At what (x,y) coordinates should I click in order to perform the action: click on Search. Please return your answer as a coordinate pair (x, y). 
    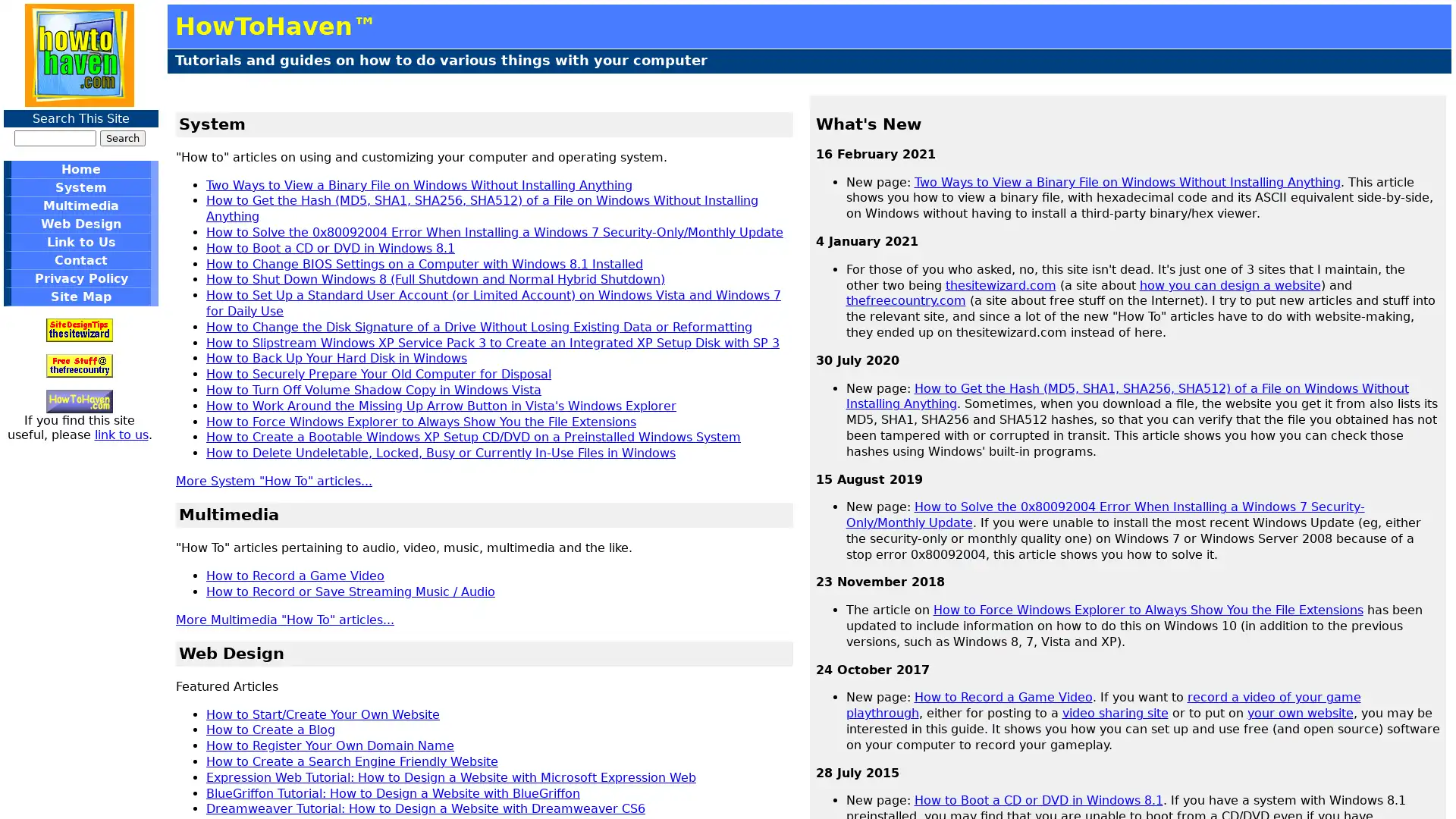
    Looking at the image, I should click on (122, 138).